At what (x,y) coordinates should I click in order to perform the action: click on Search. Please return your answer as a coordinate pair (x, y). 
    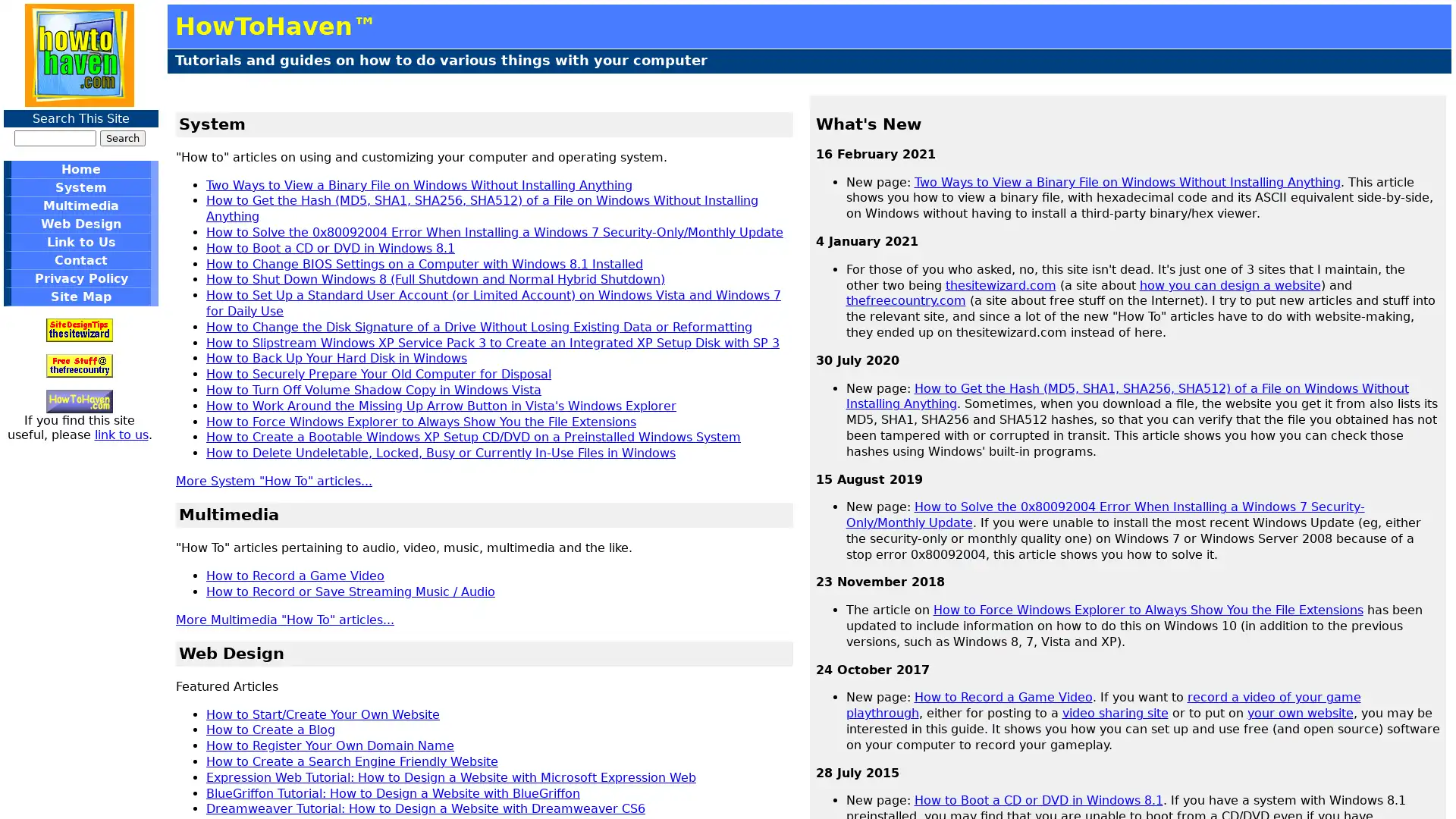
    Looking at the image, I should click on (122, 138).